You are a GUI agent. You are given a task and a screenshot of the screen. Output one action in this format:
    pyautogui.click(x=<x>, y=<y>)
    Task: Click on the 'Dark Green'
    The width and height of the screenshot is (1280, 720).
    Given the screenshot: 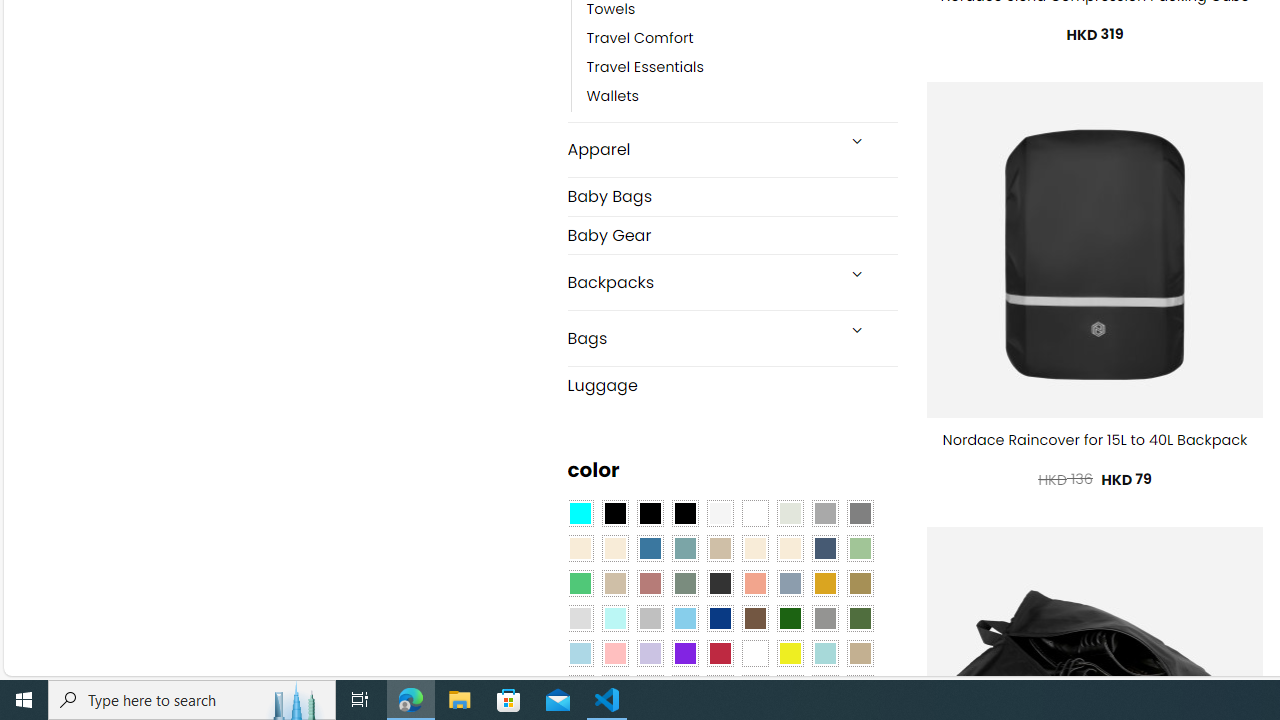 What is the action you would take?
    pyautogui.click(x=788, y=618)
    